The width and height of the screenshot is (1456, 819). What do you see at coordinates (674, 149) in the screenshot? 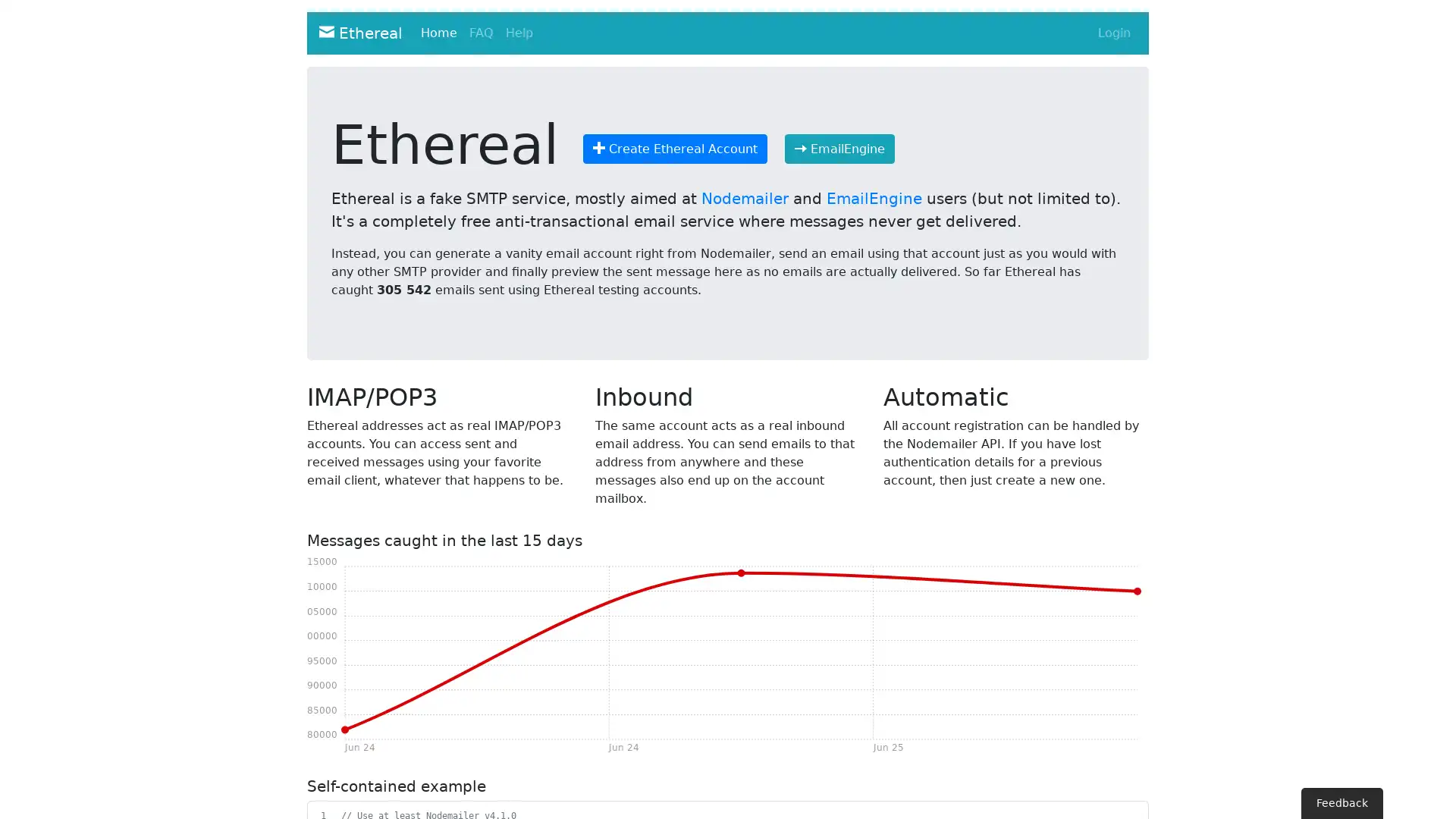
I see `Create Ethereal Account` at bounding box center [674, 149].